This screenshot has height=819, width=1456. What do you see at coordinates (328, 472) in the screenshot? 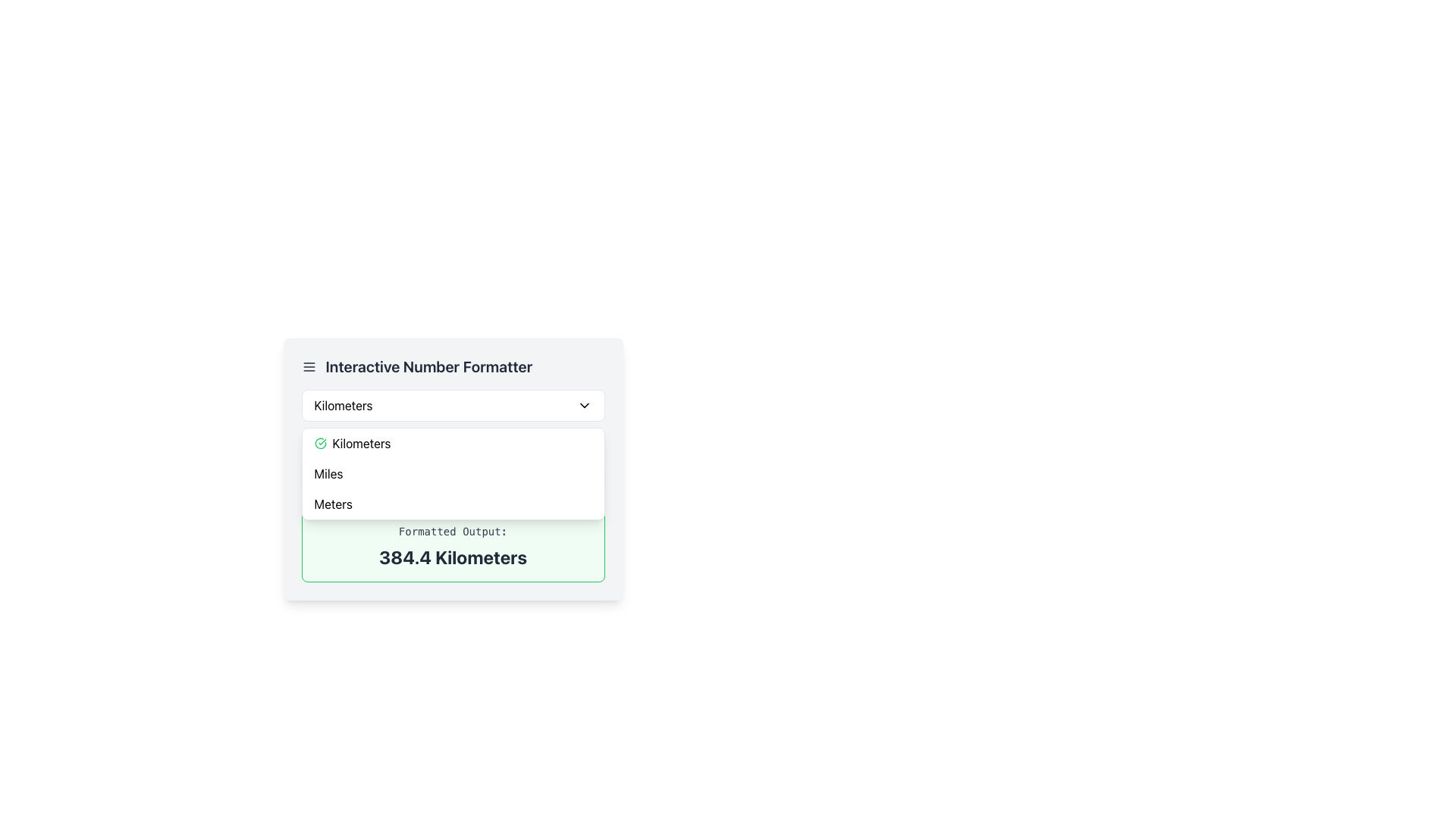
I see `the 'Miles' option in the dropdown menu, which is the second selectable option located between 'Kilometers' and 'Meters'` at bounding box center [328, 472].